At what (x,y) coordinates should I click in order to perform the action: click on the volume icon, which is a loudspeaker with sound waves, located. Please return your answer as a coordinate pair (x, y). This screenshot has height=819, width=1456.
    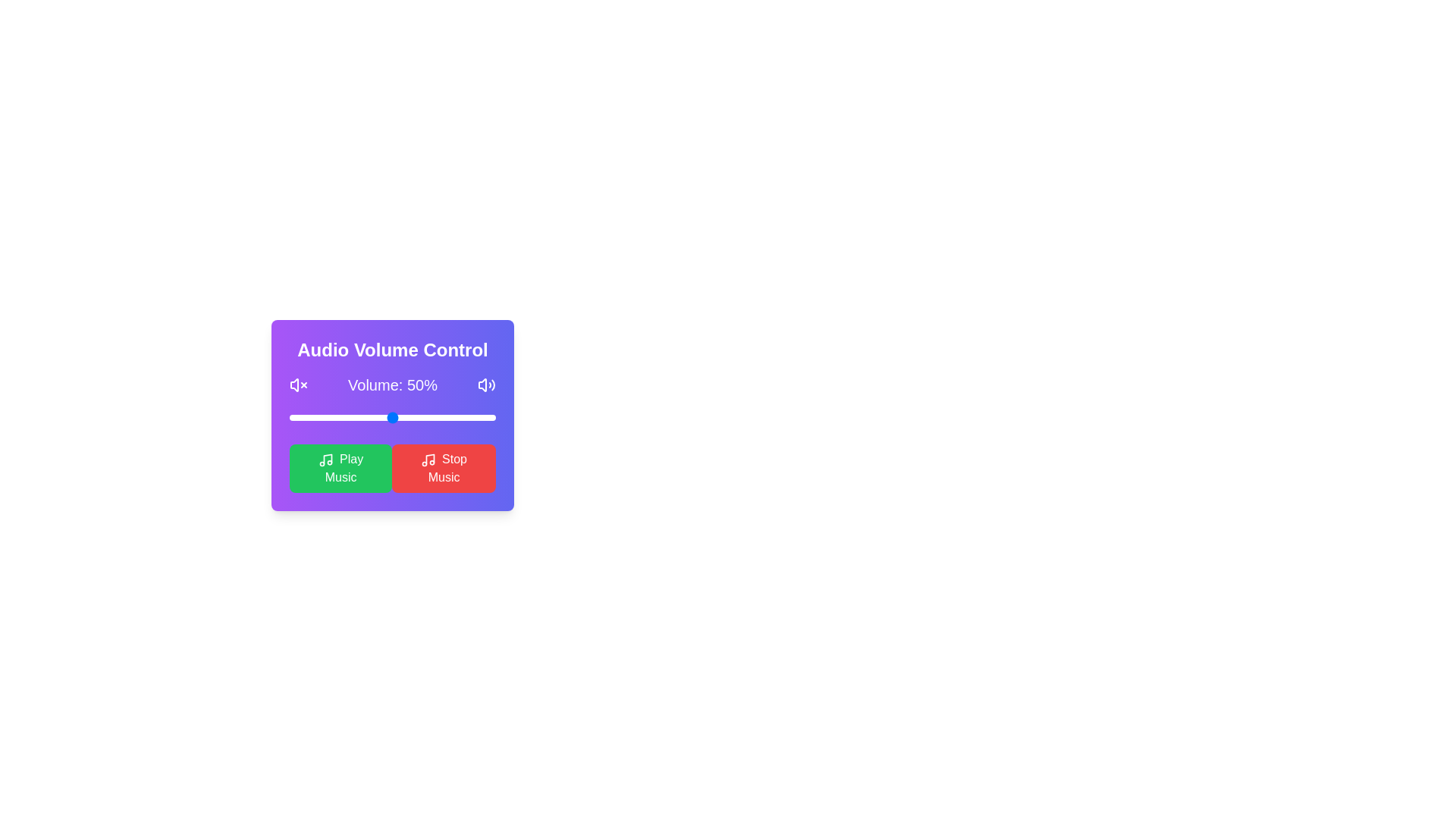
    Looking at the image, I should click on (487, 384).